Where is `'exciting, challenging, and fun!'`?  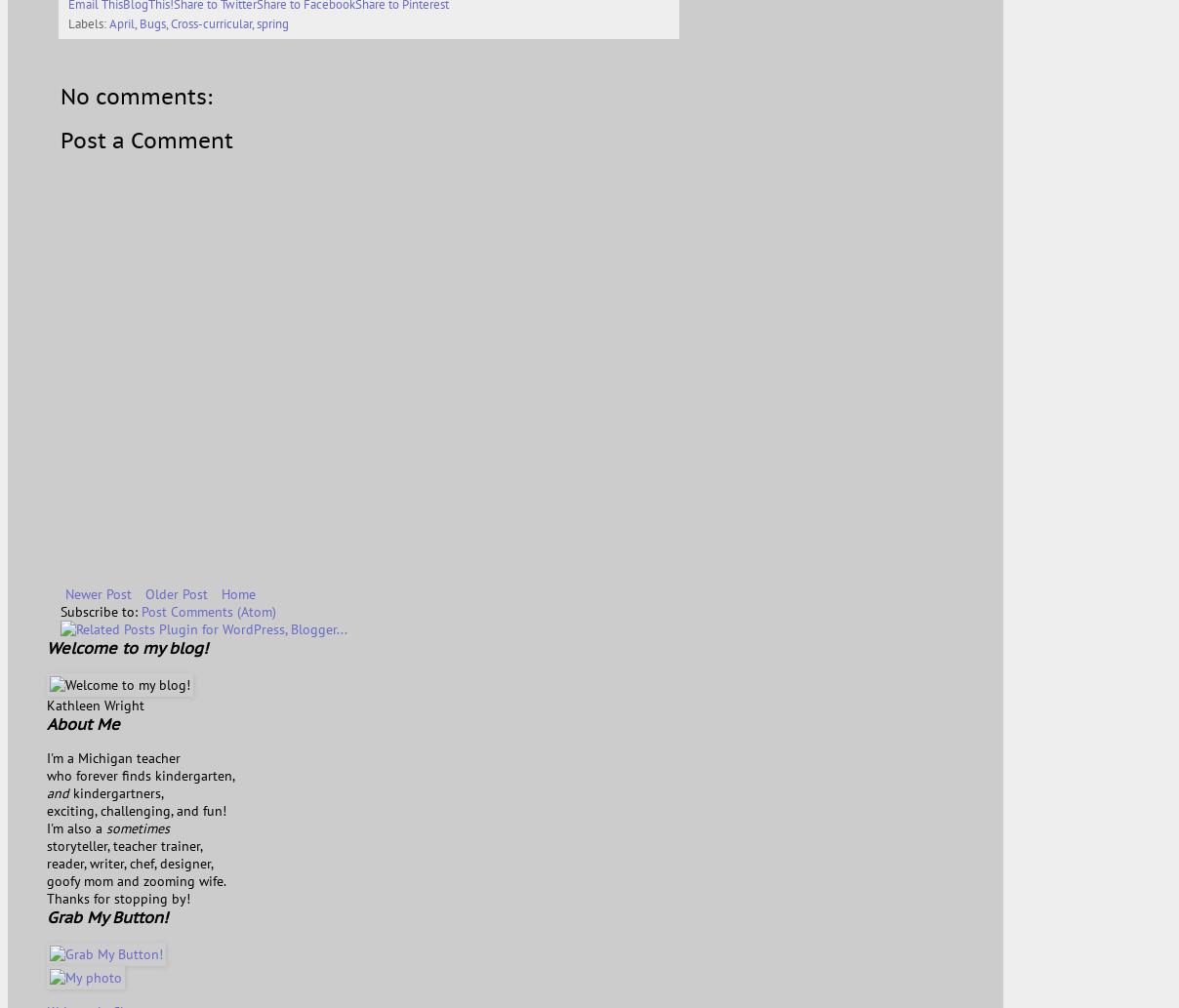
'exciting, challenging, and fun!' is located at coordinates (136, 810).